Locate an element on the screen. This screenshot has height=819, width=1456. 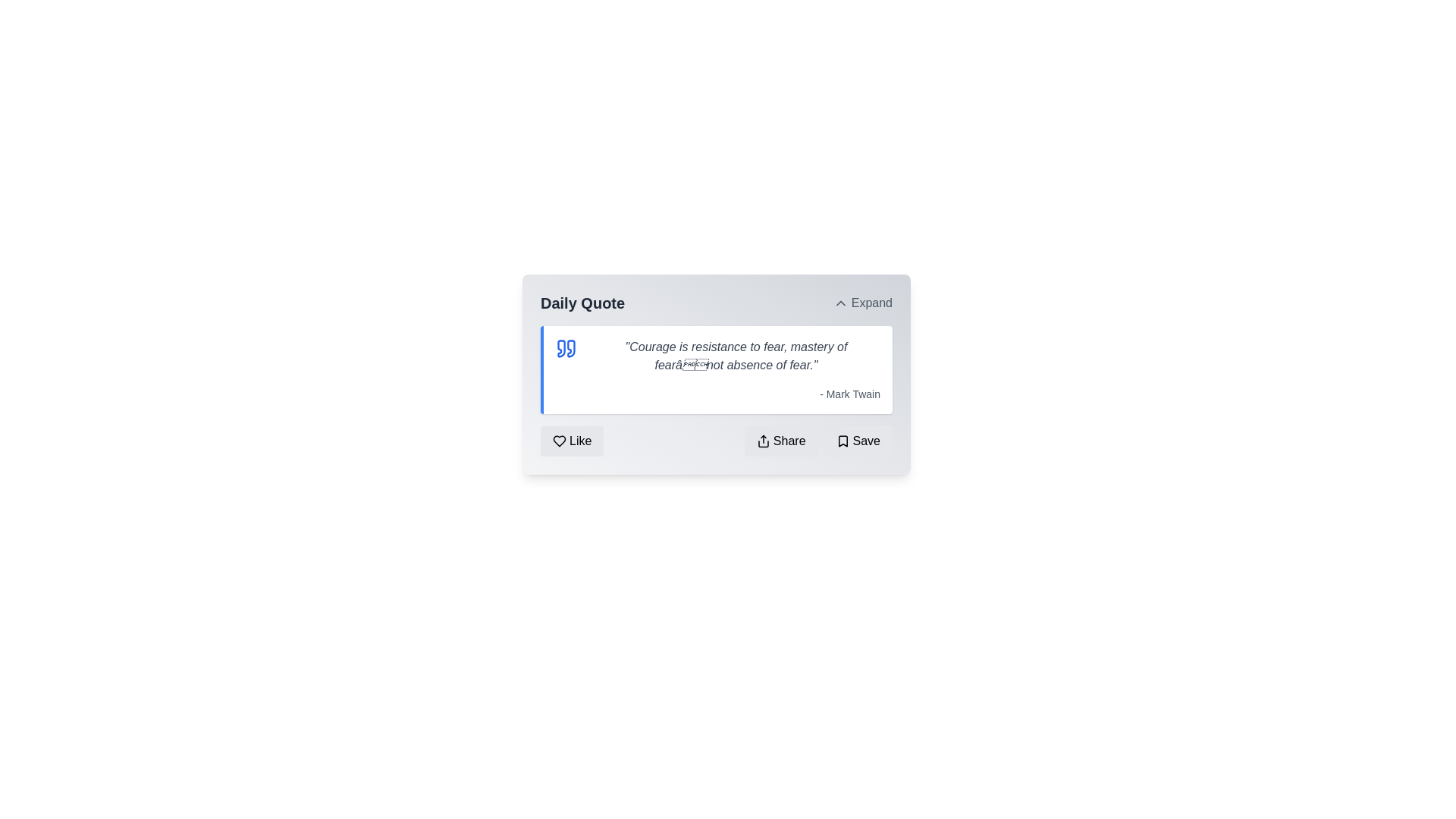
decorative icon that indicates the start of a quoted statement within the 'Daily Quote' card is located at coordinates (566, 348).